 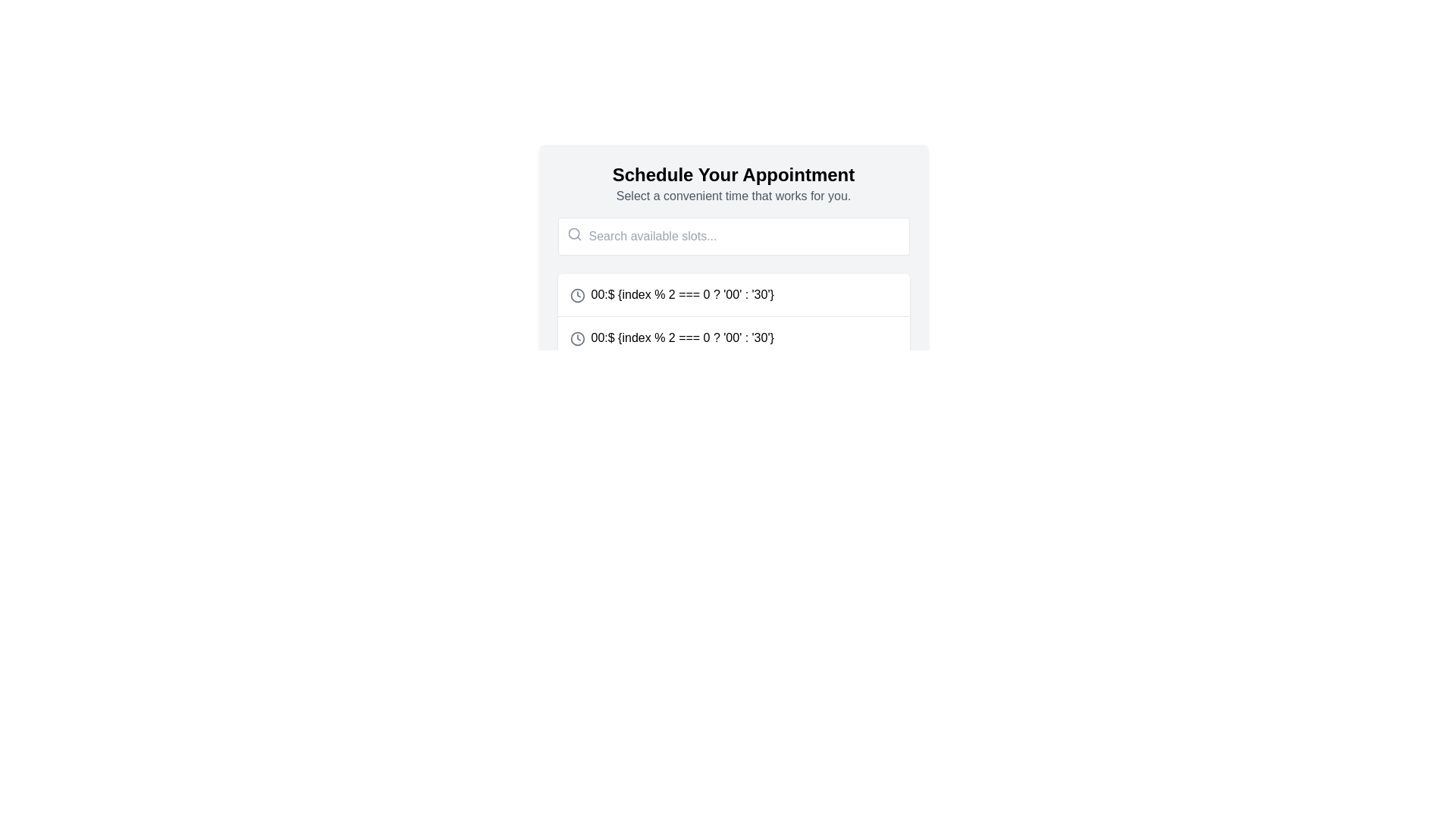 I want to click on the time slot text in the first list item under the 'Schedule Your Appointment' heading, which features a clock icon, so click(x=671, y=295).